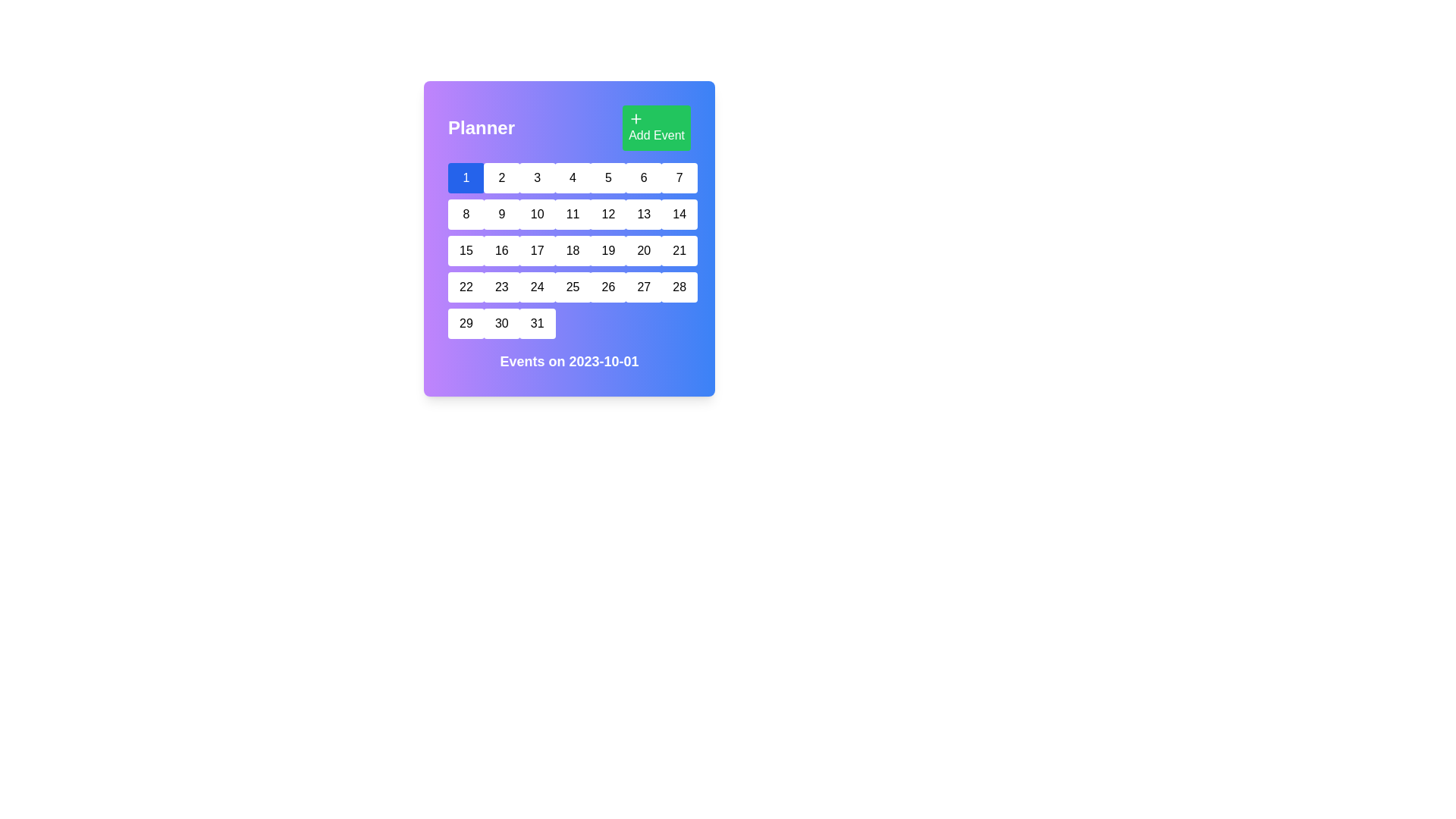  I want to click on the blue button labeled '1' in the top-left corner of the grid layout, so click(465, 177).